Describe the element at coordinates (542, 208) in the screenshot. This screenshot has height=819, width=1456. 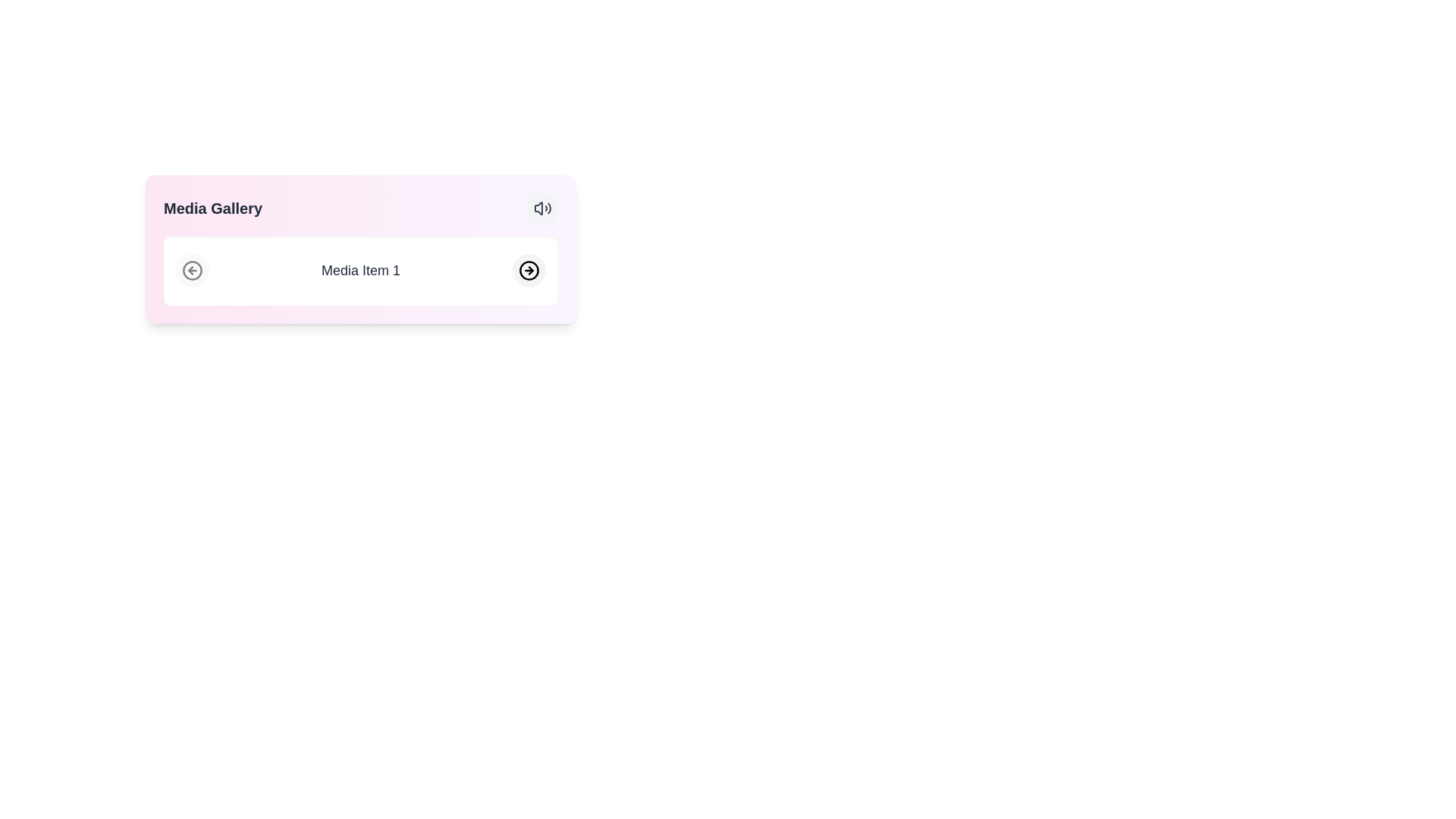
I see `the audio control button located in the upper-right corner of the 'Media Gallery' section, adjacent to the 'Media Gallery' text label` at that location.